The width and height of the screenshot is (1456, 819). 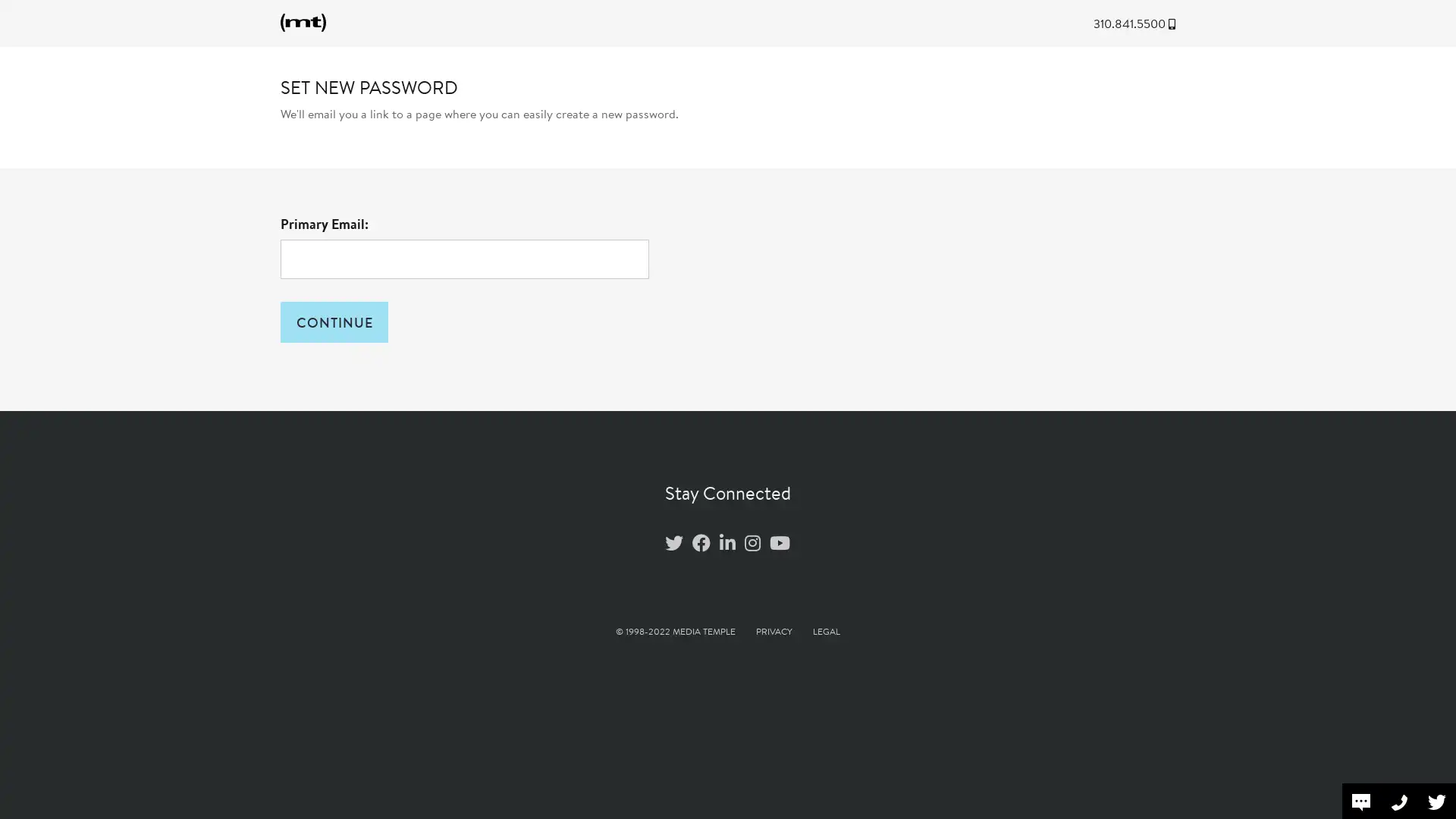 I want to click on CONTINUE, so click(x=334, y=323).